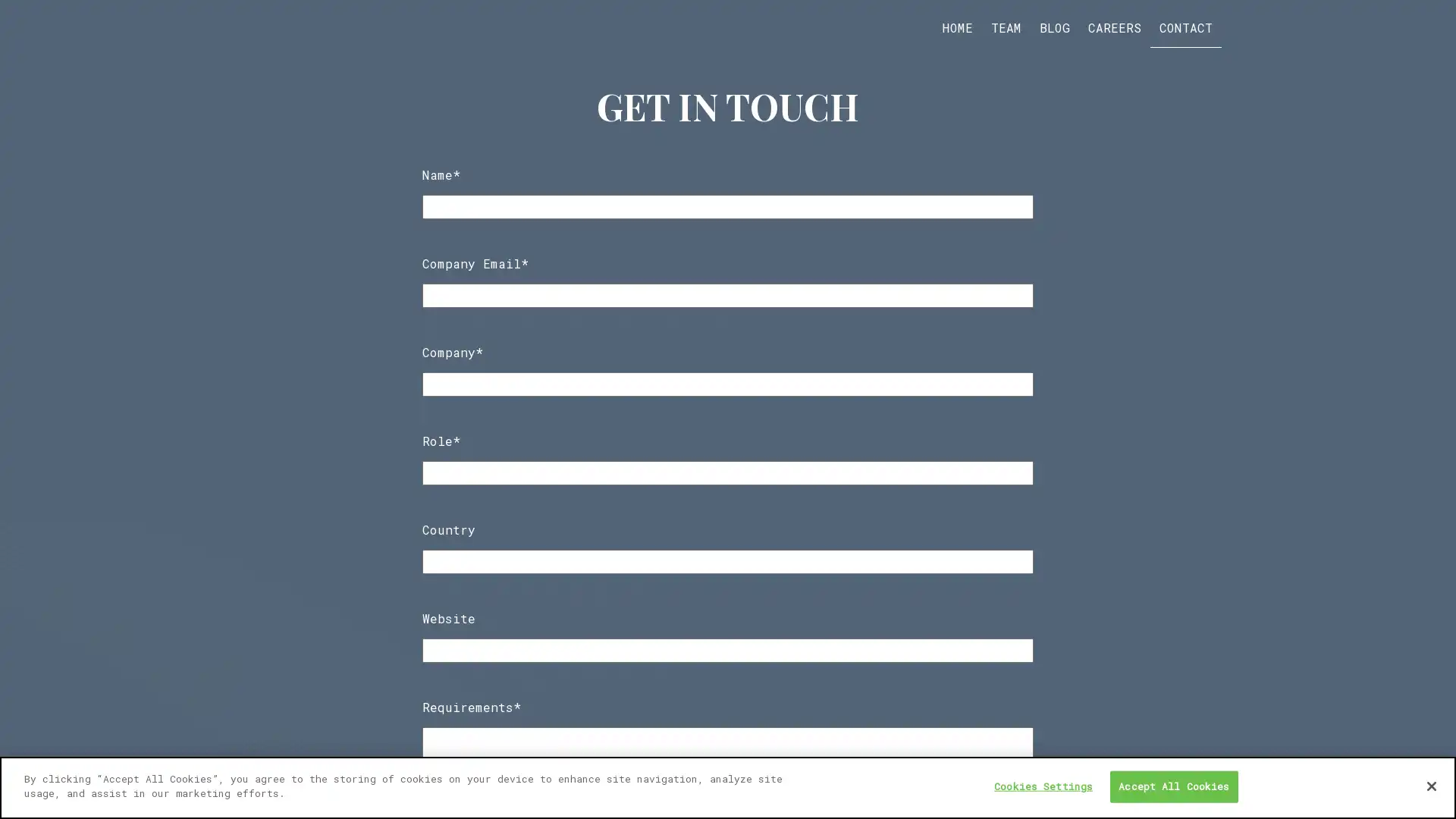 The image size is (1456, 819). What do you see at coordinates (1430, 785) in the screenshot?
I see `Close` at bounding box center [1430, 785].